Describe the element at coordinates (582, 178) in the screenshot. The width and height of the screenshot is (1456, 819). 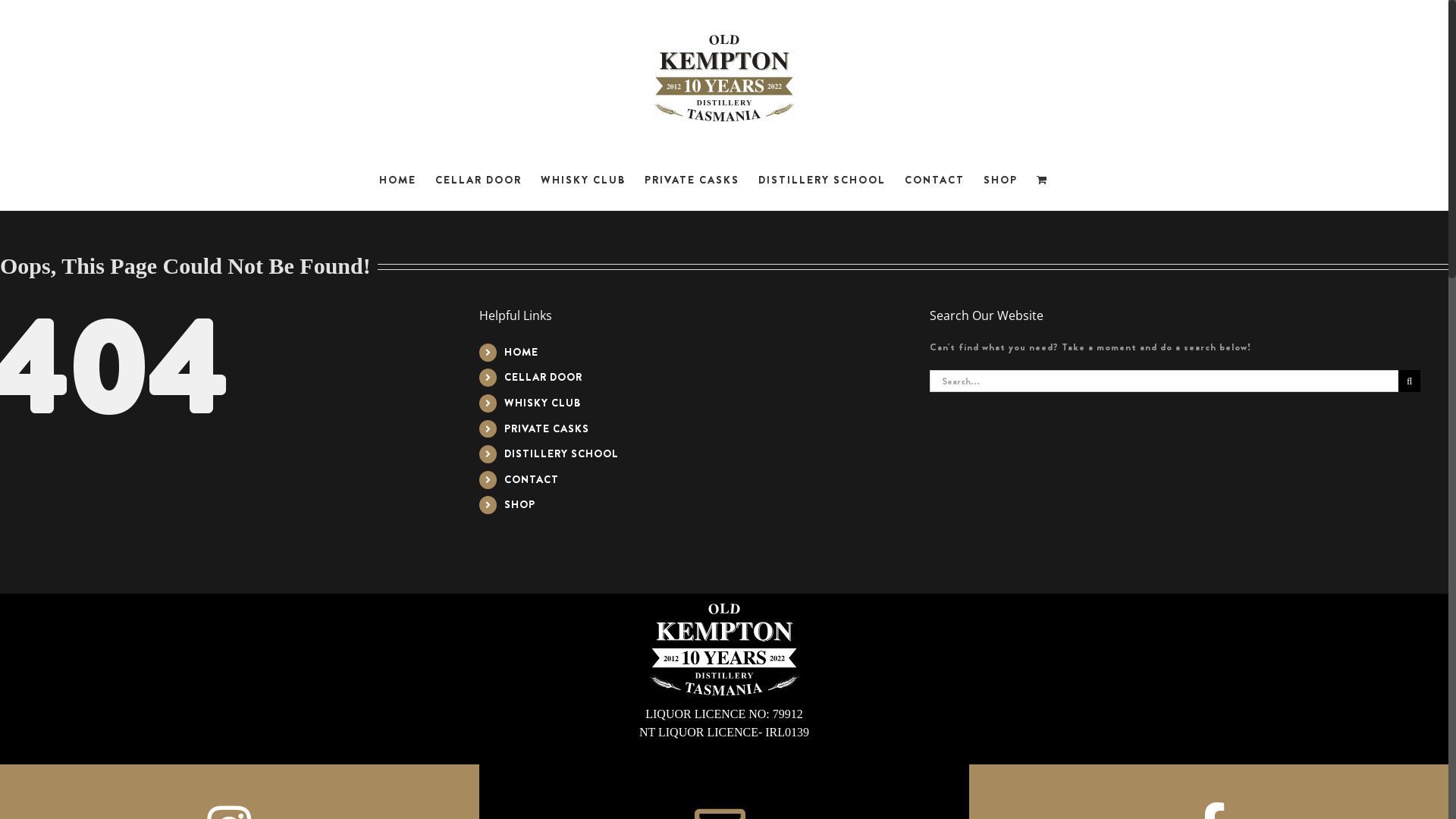
I see `'WHISKY CLUB'` at that location.